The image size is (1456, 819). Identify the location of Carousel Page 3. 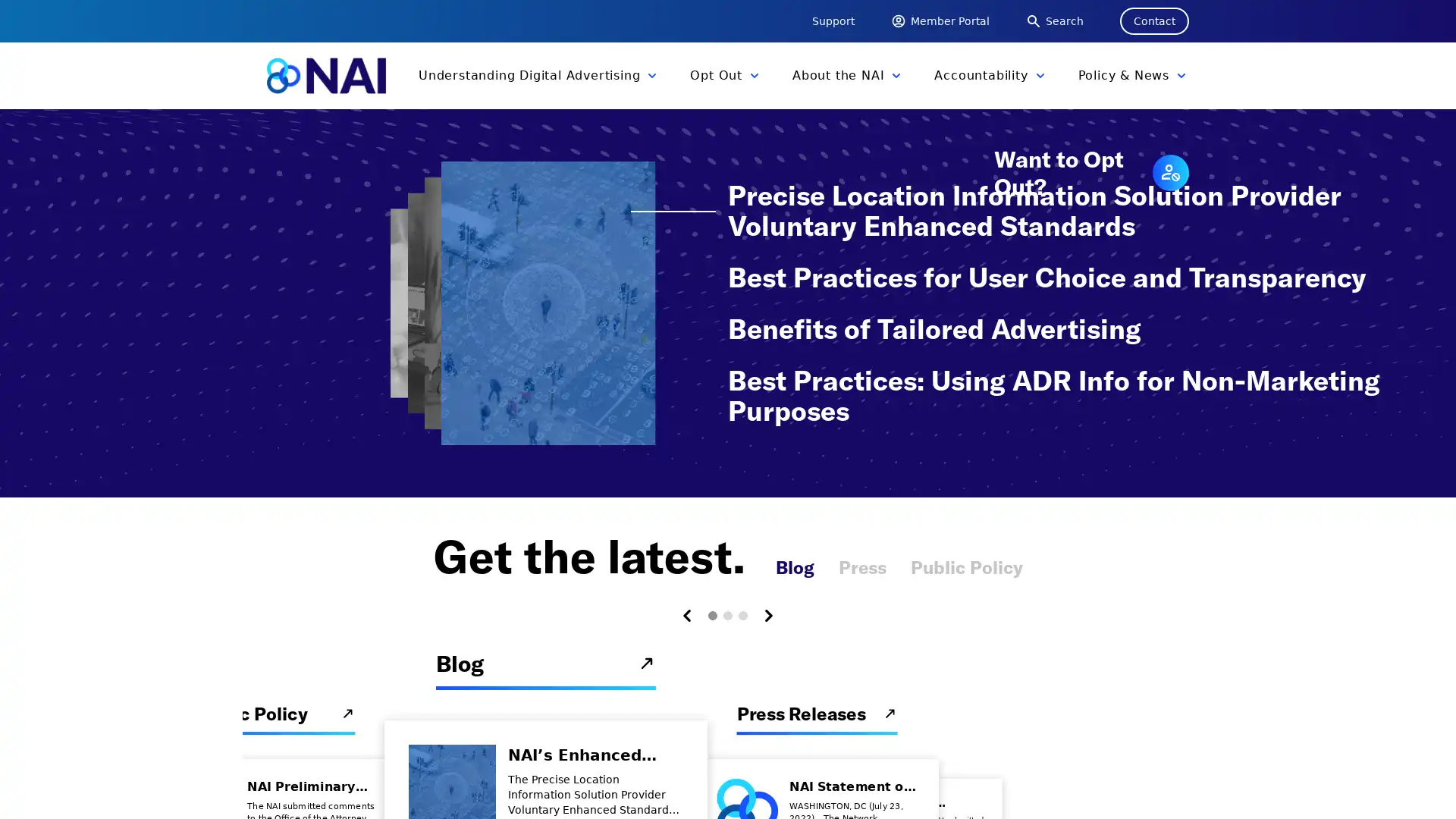
(742, 616).